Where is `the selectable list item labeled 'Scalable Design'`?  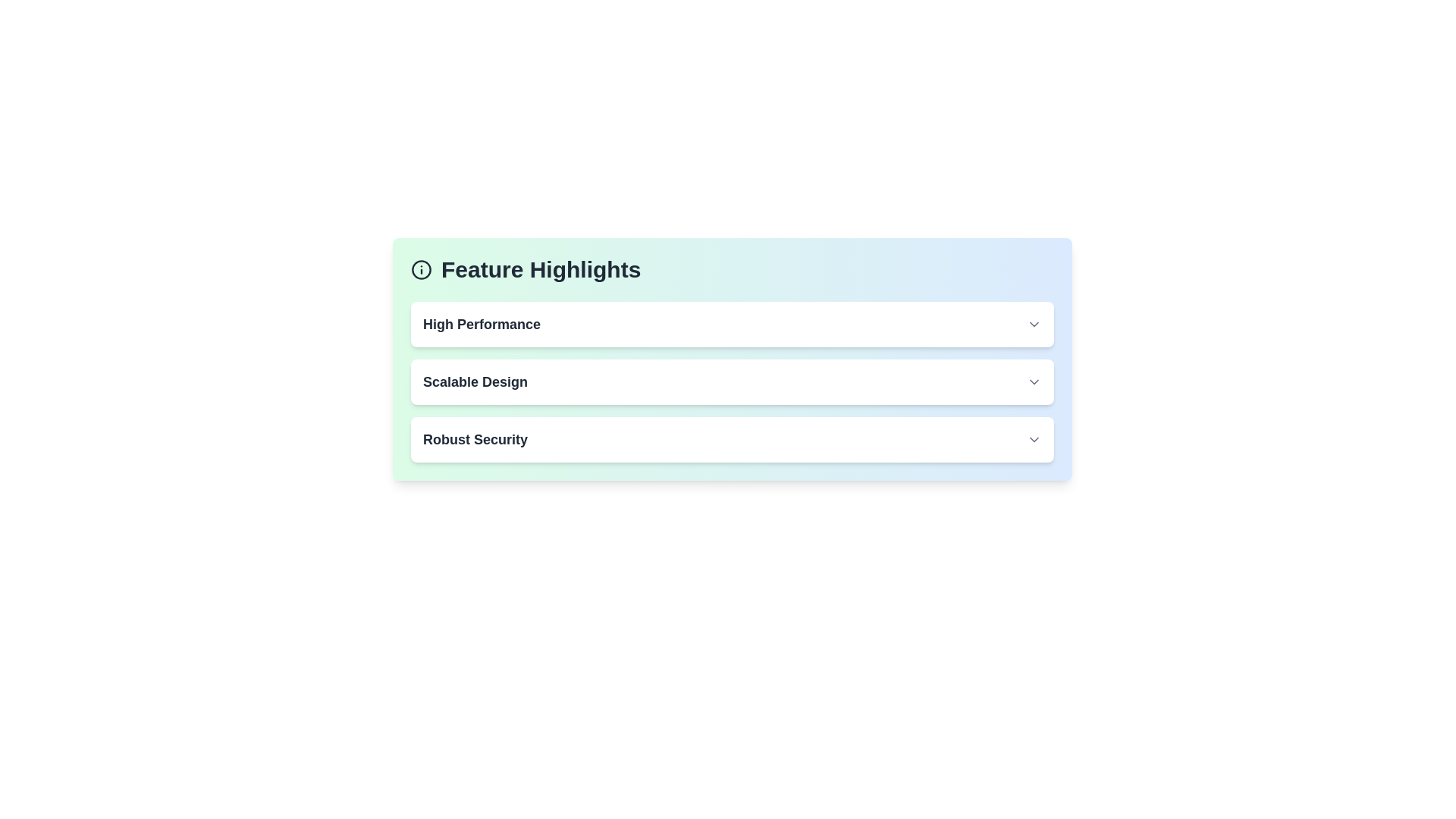 the selectable list item labeled 'Scalable Design' is located at coordinates (732, 381).